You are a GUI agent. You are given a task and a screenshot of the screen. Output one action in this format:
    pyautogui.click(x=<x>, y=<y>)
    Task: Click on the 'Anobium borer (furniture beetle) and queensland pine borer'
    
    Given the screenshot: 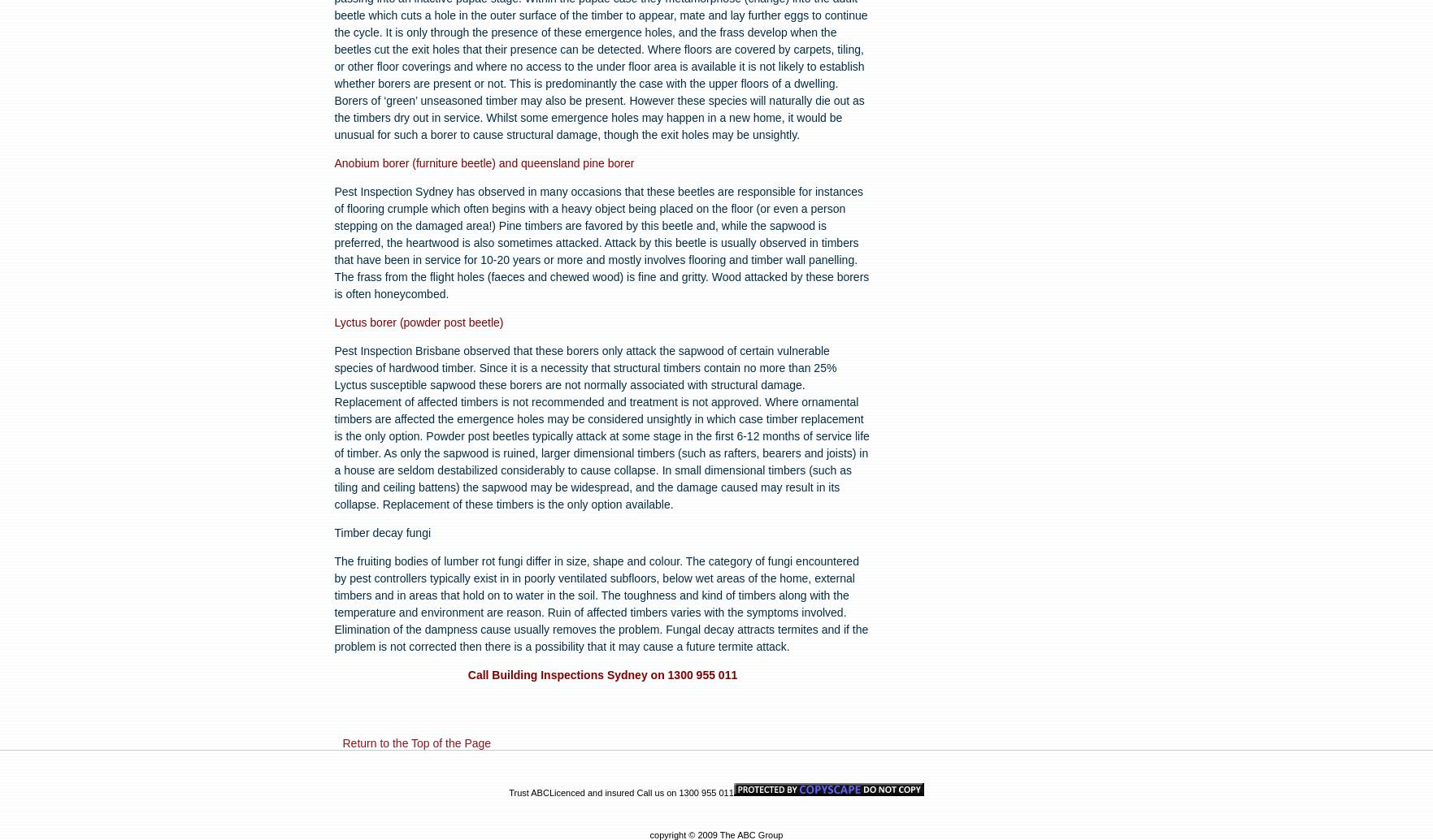 What is the action you would take?
    pyautogui.click(x=484, y=163)
    